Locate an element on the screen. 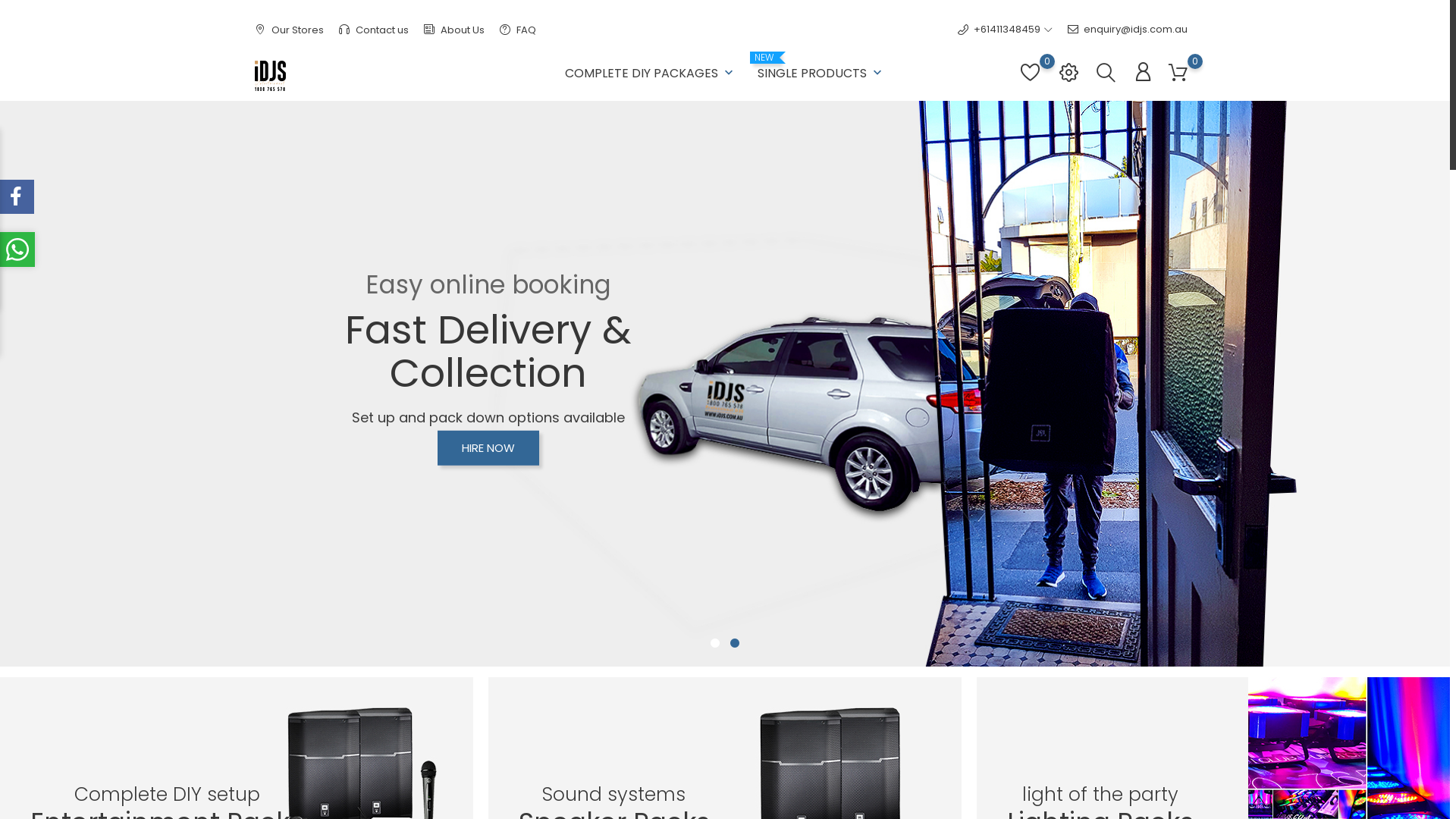  '2' is located at coordinates (726, 643).